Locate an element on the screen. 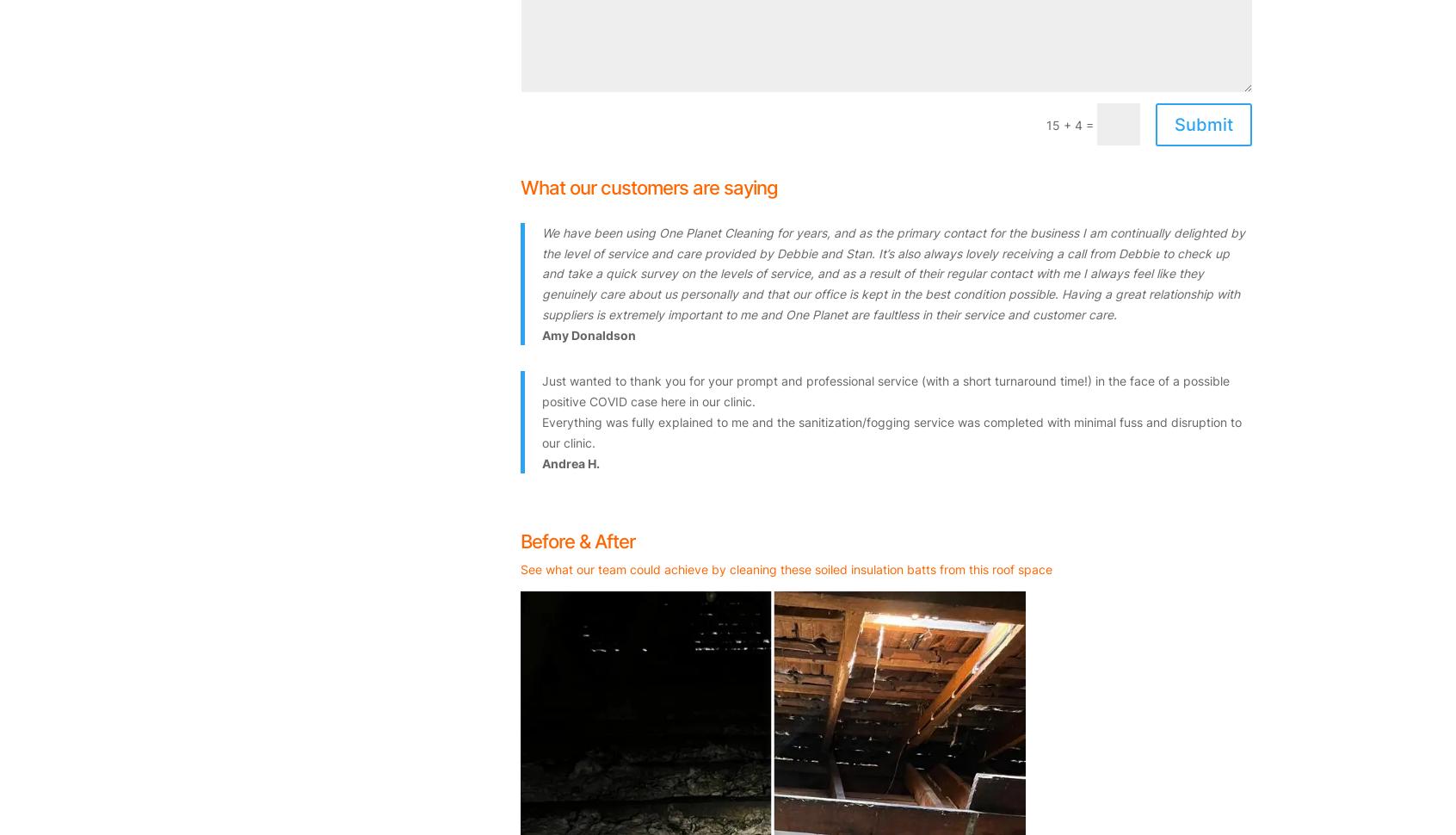 The image size is (1456, 835). 'Amy Donaldson' is located at coordinates (589, 334).